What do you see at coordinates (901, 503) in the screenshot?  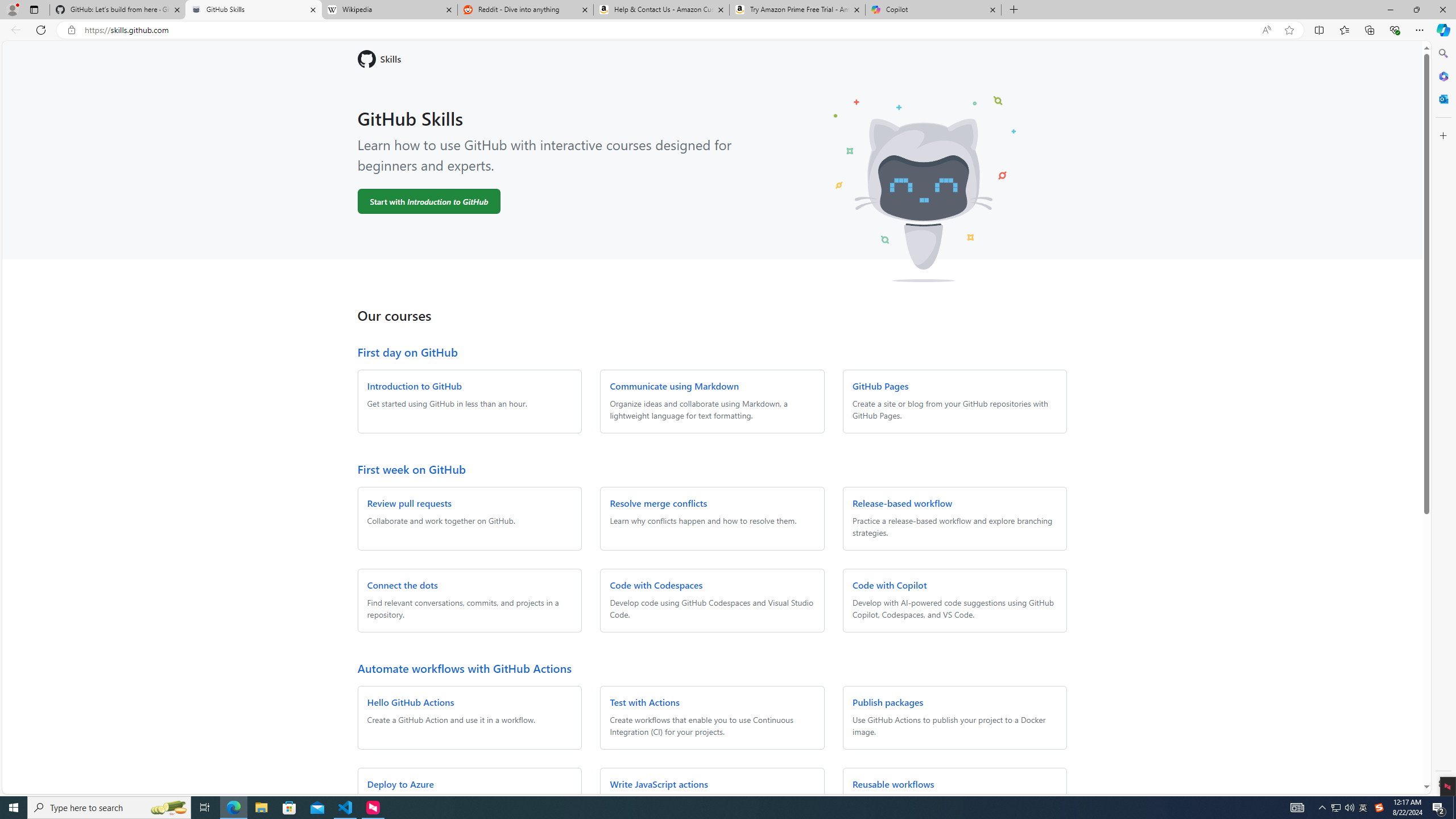 I see `'Release-based workflow'` at bounding box center [901, 503].